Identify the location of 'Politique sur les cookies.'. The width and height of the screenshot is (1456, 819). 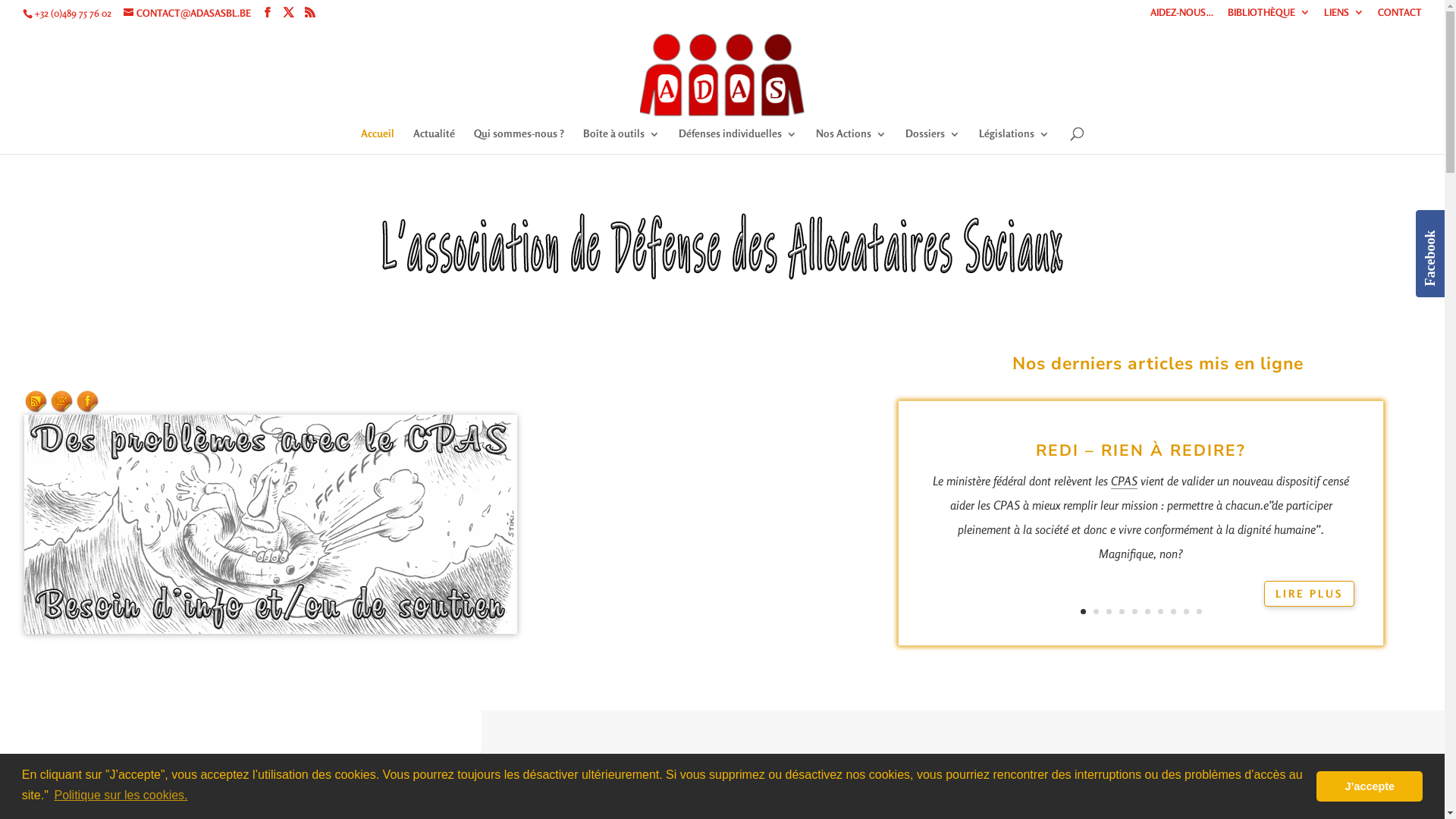
(119, 795).